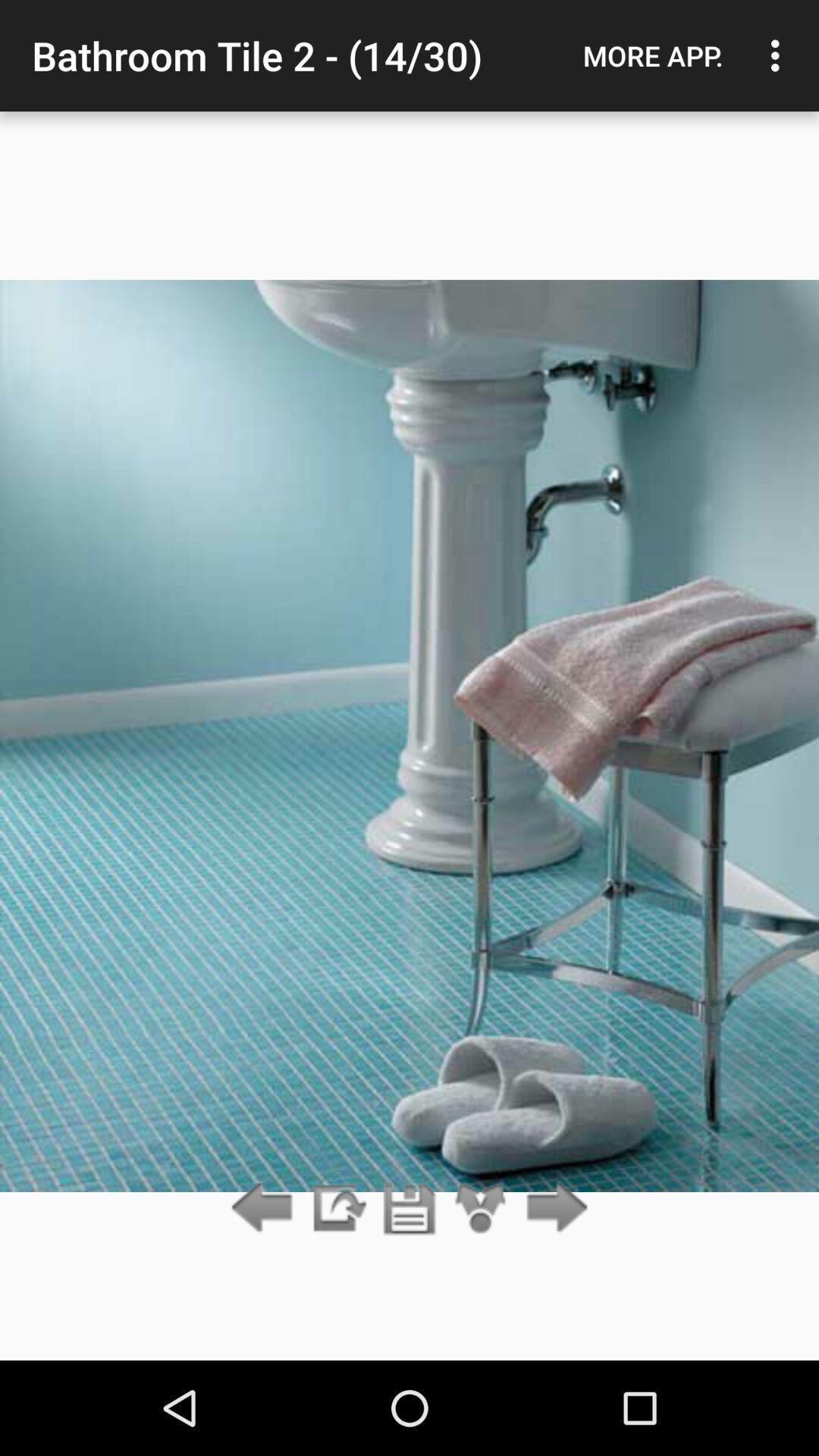 Image resolution: width=819 pixels, height=1456 pixels. Describe the element at coordinates (553, 1208) in the screenshot. I see `the arrow_forward icon` at that location.